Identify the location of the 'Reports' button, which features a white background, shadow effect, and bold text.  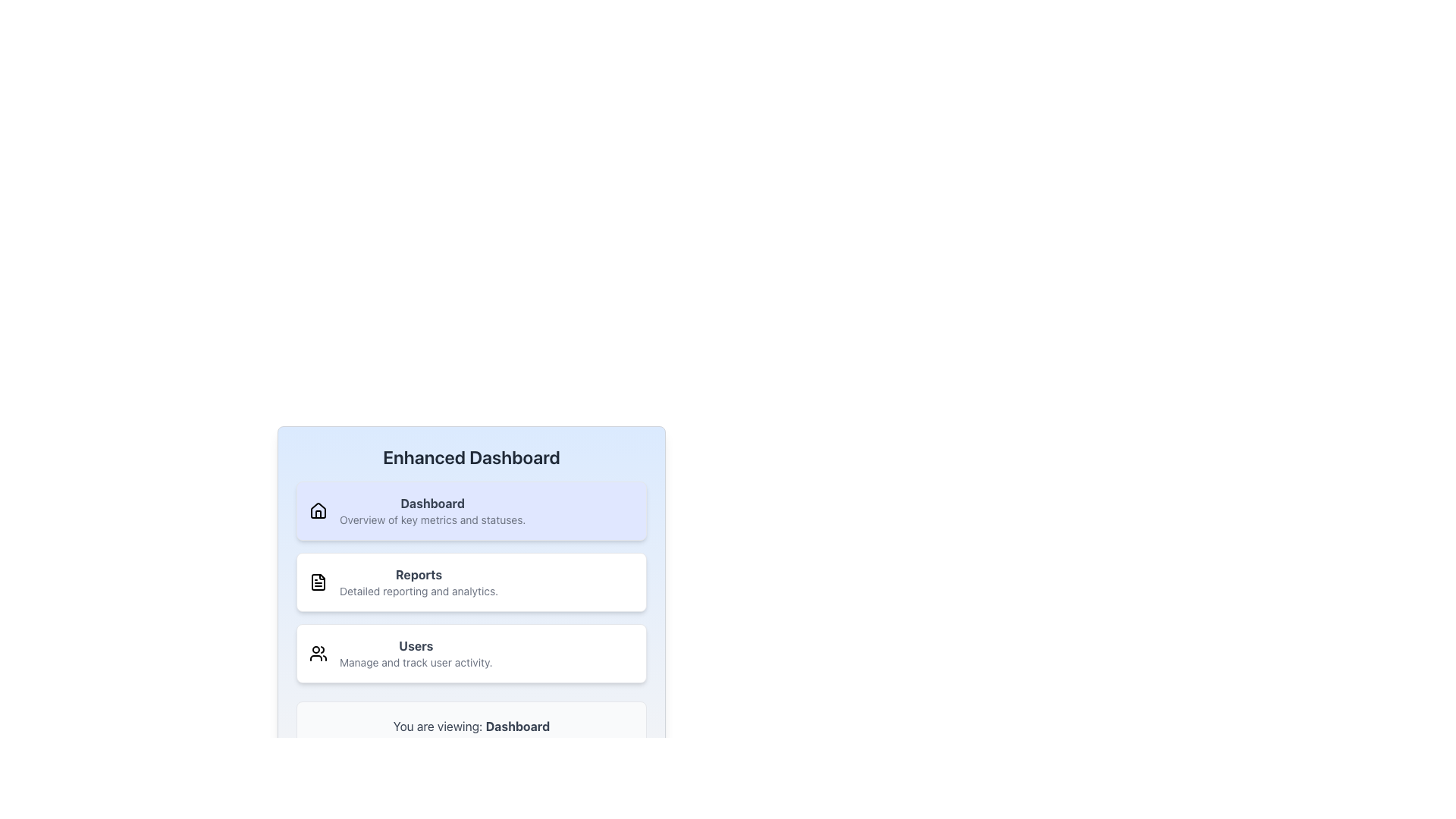
(471, 598).